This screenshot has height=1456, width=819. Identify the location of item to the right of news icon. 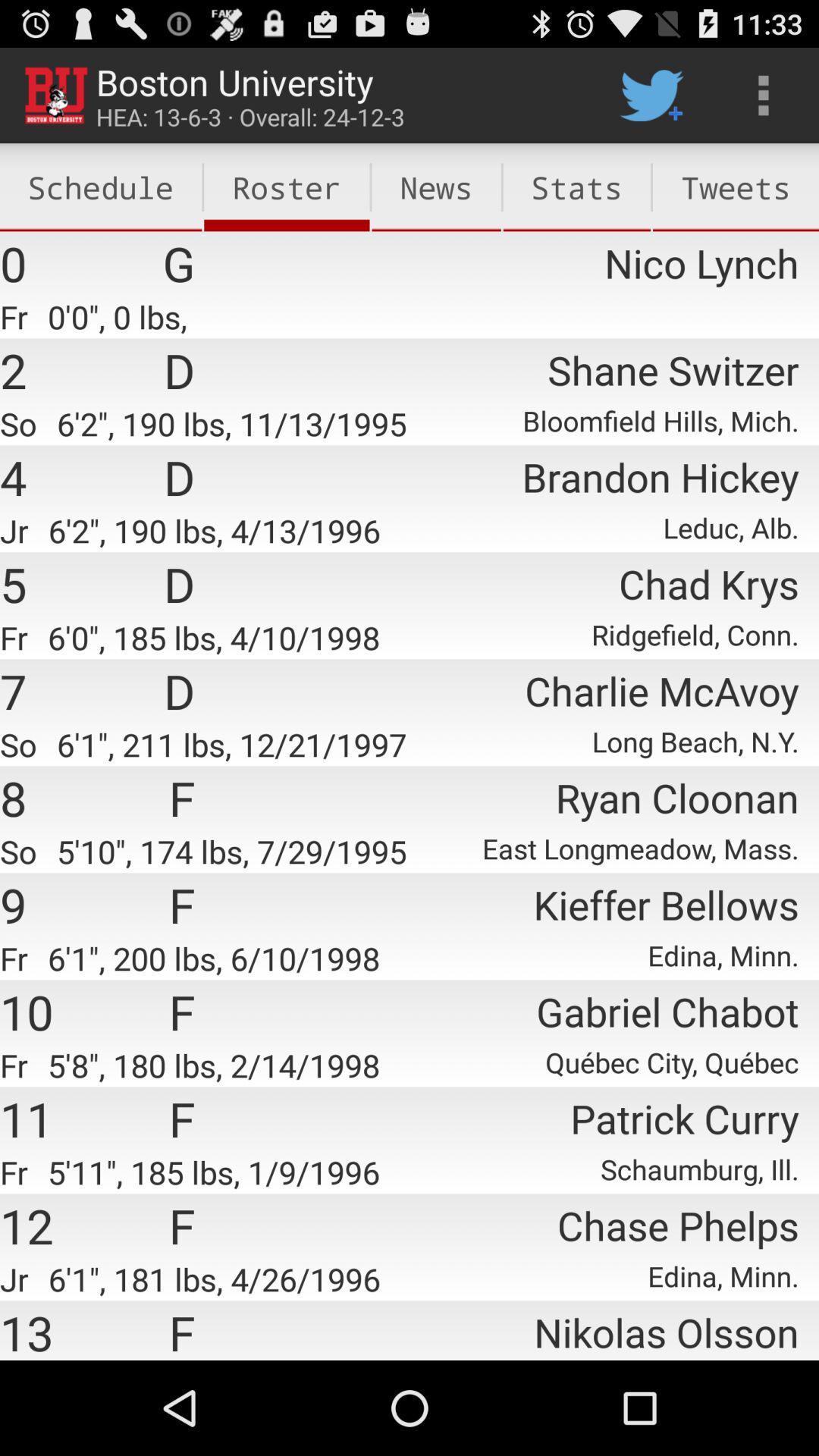
(651, 94).